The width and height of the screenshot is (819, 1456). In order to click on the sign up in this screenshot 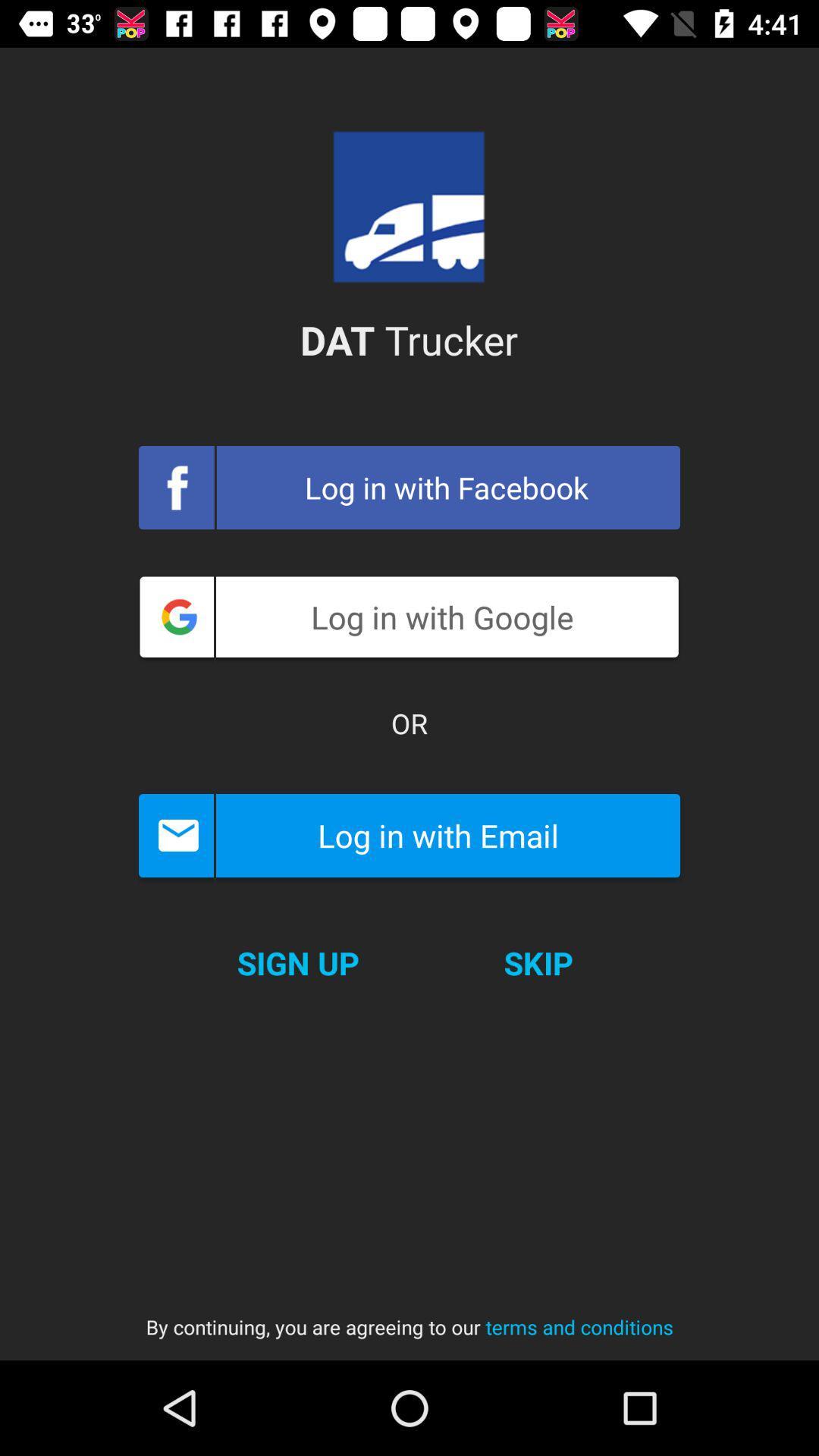, I will do `click(298, 962)`.